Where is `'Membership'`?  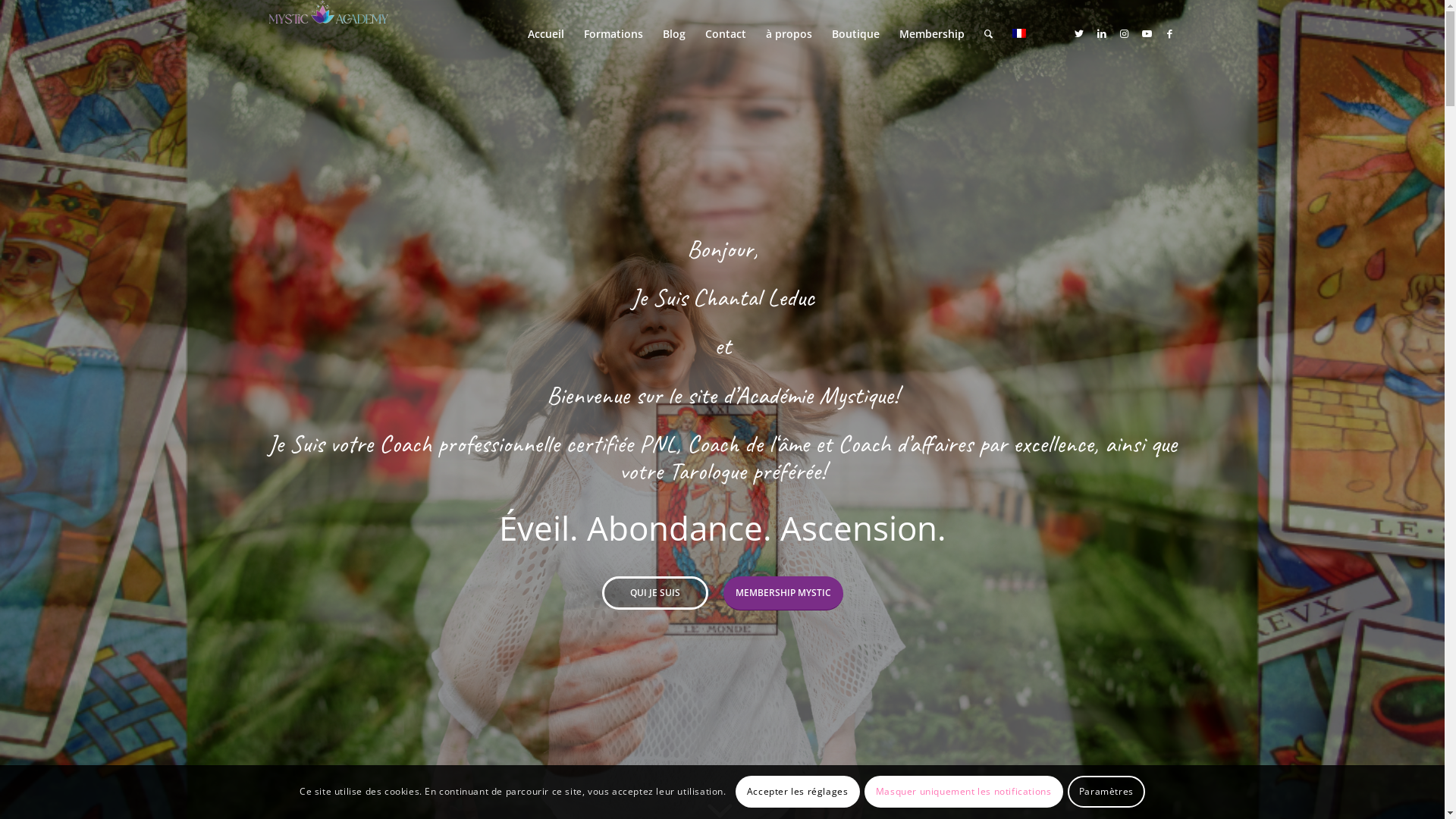
'Membership' is located at coordinates (888, 34).